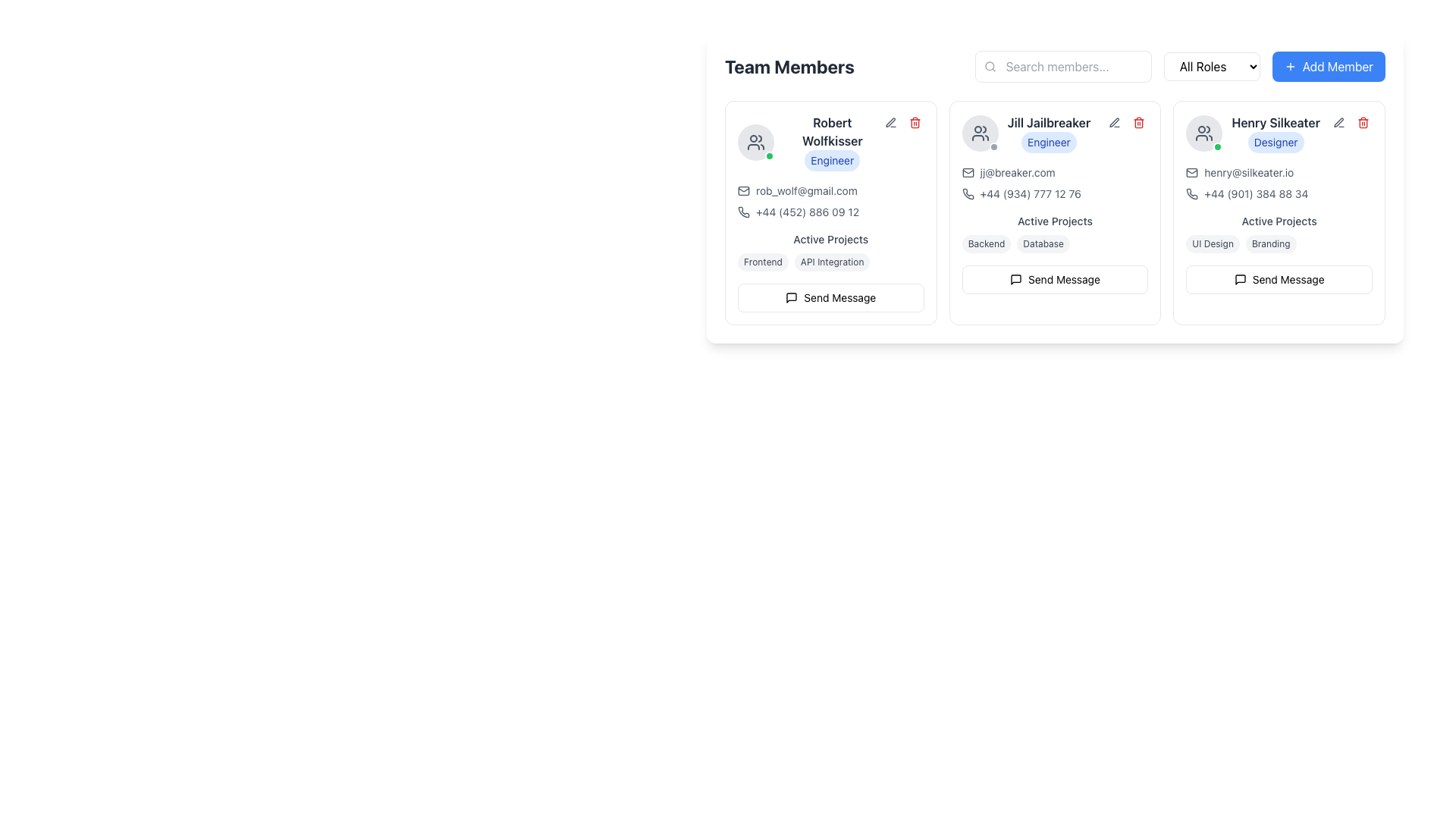 The height and width of the screenshot is (819, 1456). What do you see at coordinates (1211, 66) in the screenshot?
I see `the 'All Roles' dropdown menu` at bounding box center [1211, 66].